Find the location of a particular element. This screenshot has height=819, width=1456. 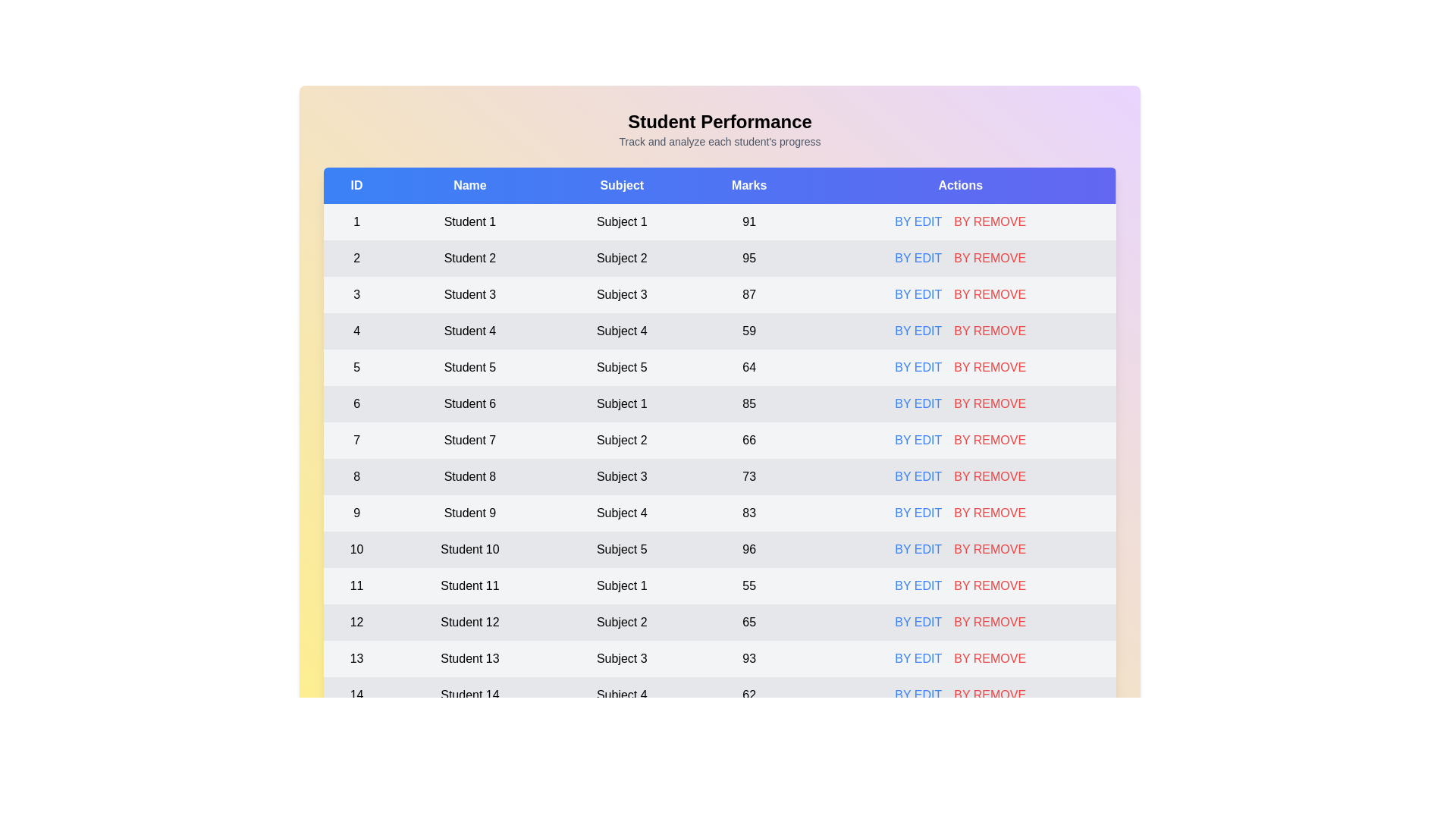

the table header to sort by Subject is located at coordinates (622, 185).